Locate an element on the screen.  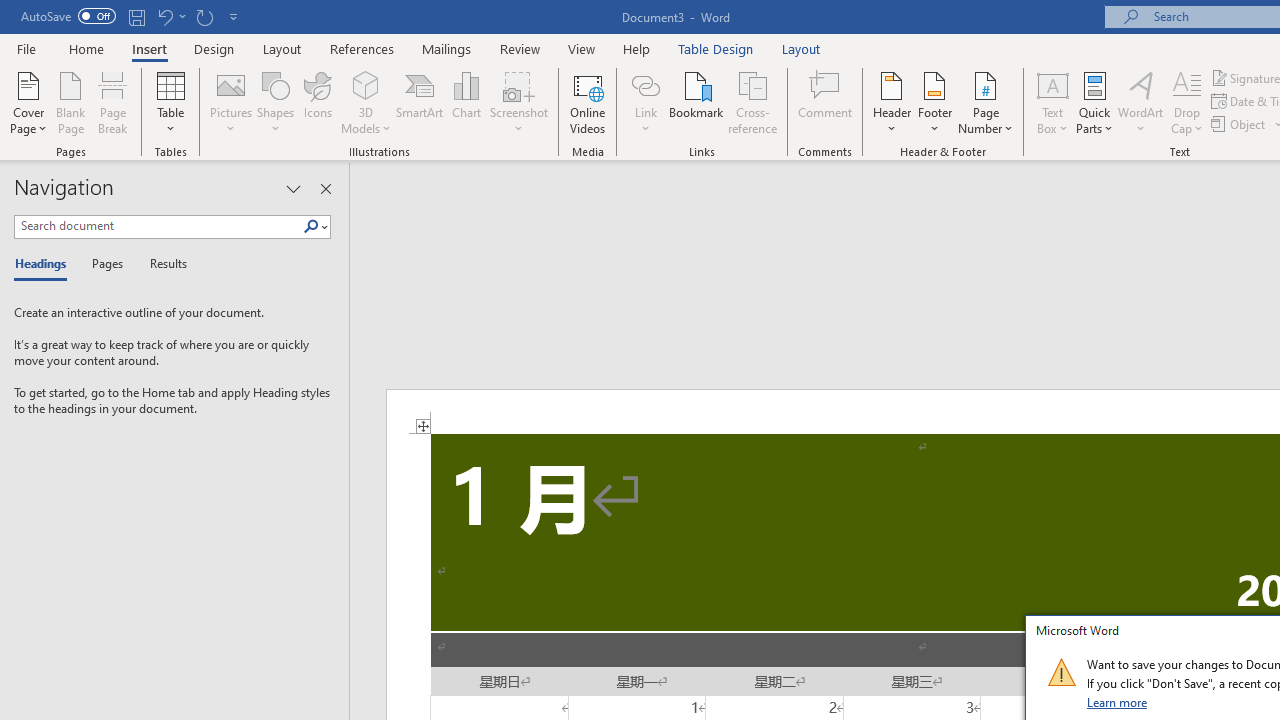
'Learn more' is located at coordinates (1117, 701).